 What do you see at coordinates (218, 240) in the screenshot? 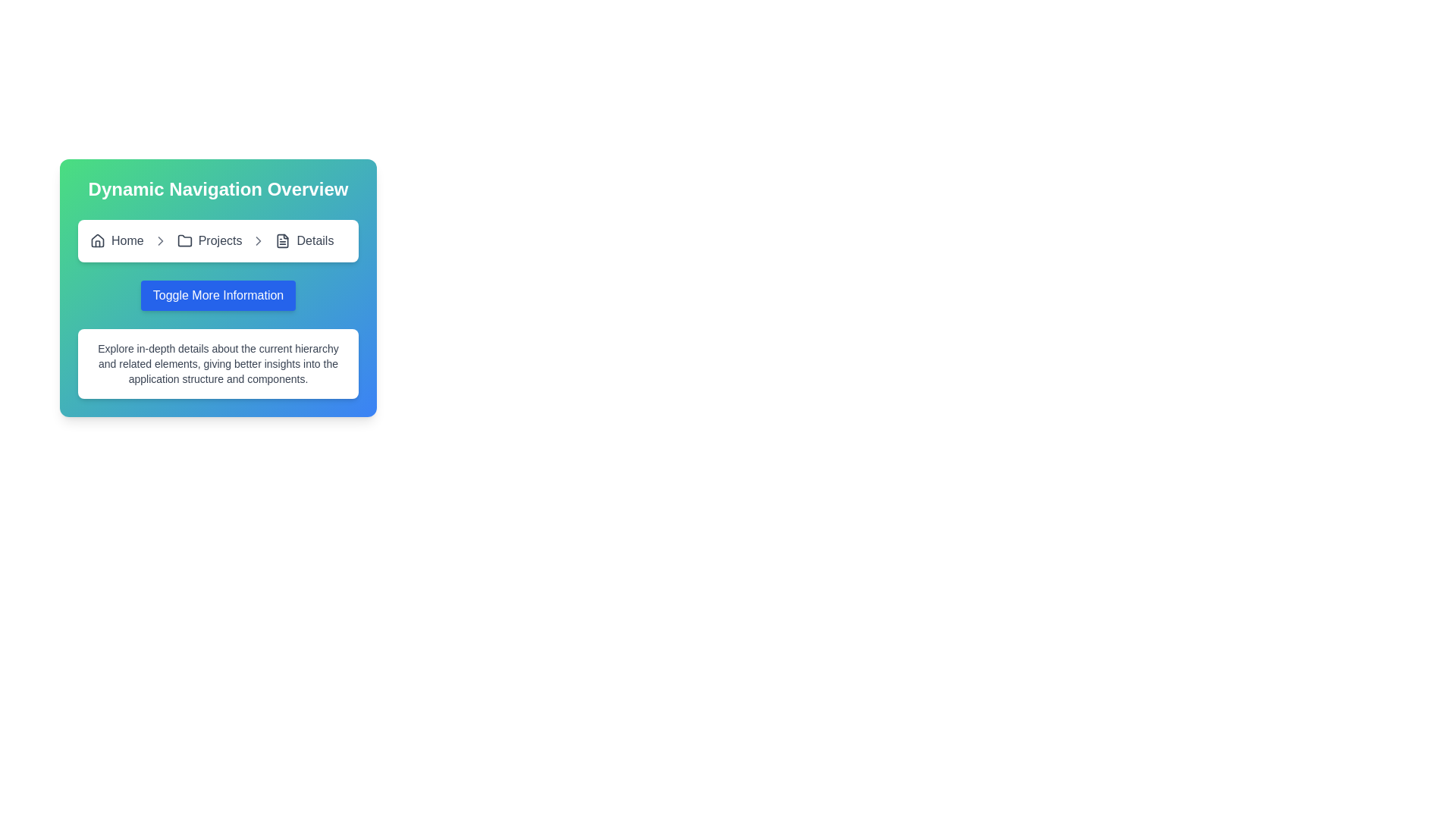
I see `the individual breadcrumb links in the breadcrumb navigation bar located below the heading 'Dynamic Navigation Overview'` at bounding box center [218, 240].